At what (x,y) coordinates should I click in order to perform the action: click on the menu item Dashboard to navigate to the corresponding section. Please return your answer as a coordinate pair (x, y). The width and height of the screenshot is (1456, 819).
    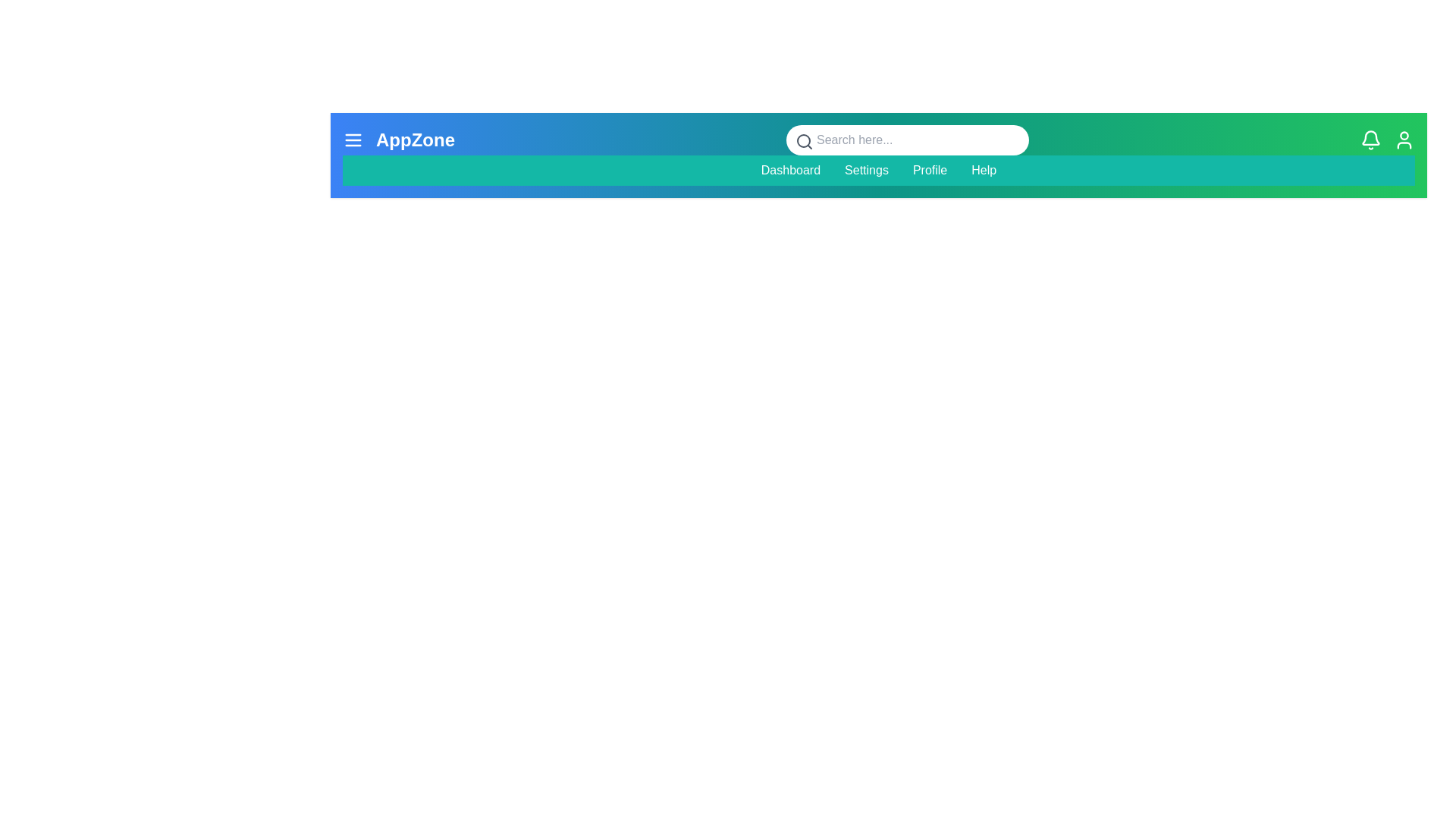
    Looking at the image, I should click on (789, 170).